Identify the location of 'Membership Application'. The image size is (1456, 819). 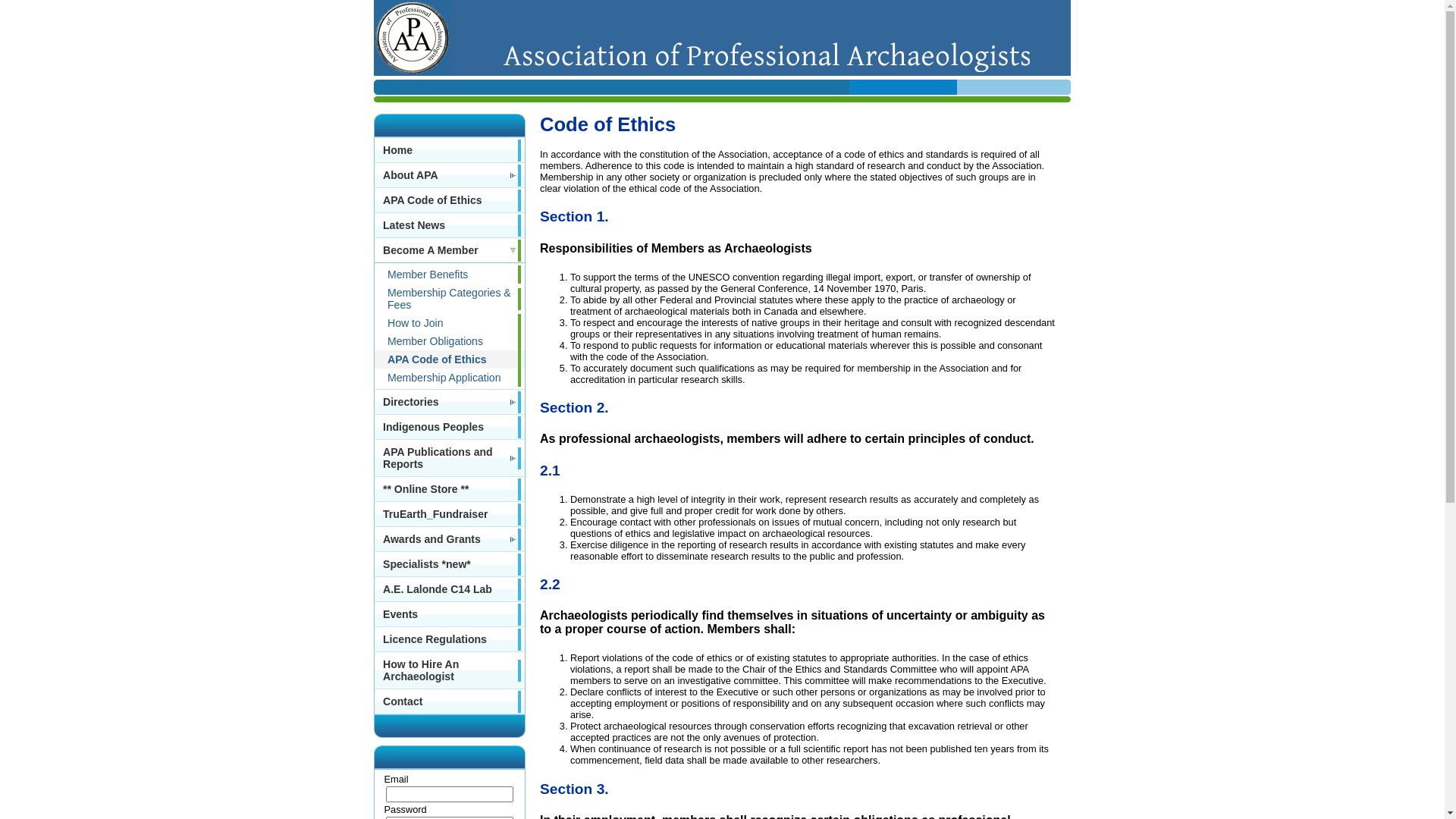
(449, 376).